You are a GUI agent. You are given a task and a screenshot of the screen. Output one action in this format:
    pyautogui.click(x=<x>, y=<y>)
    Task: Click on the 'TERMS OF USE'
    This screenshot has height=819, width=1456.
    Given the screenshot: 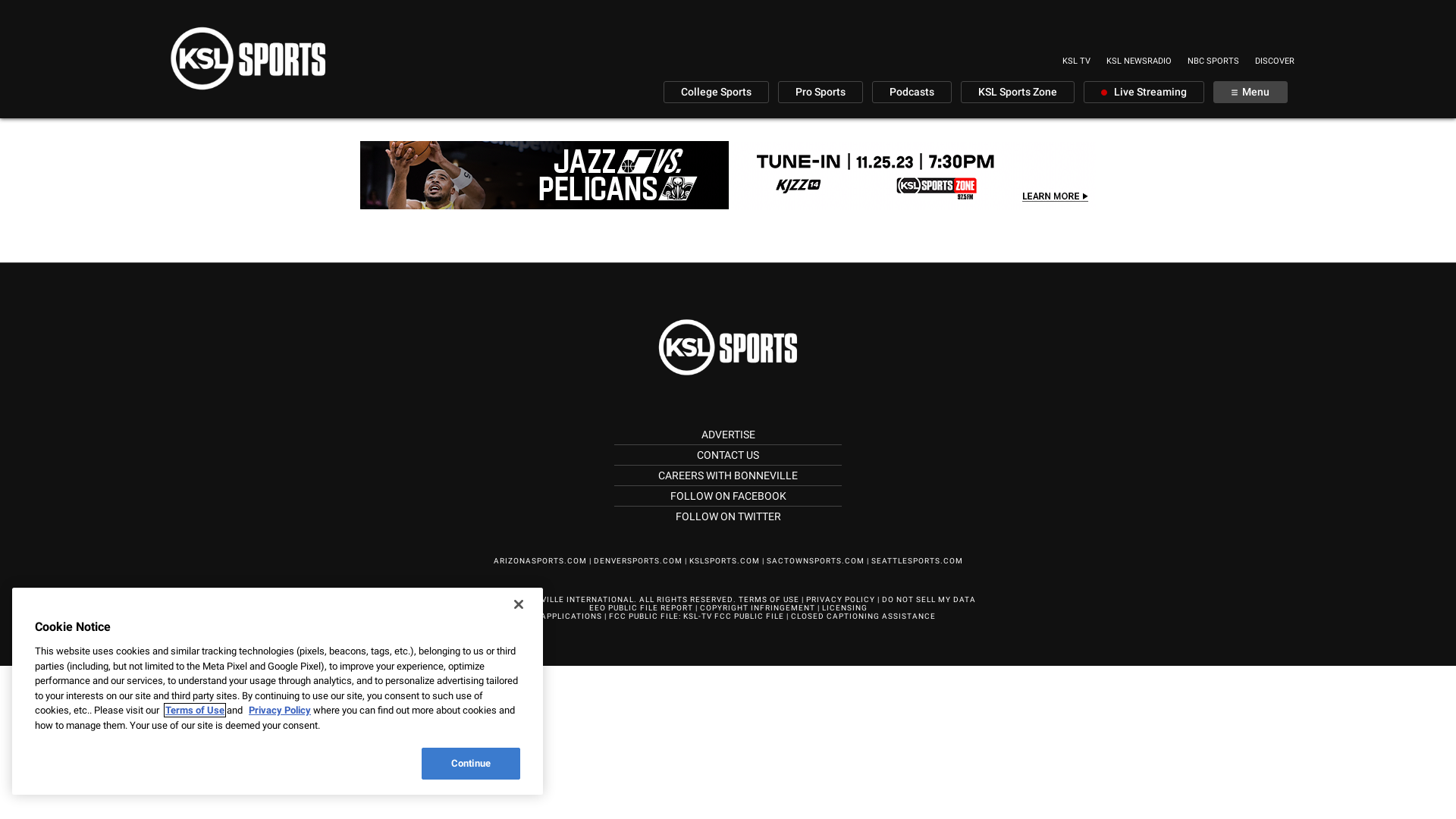 What is the action you would take?
    pyautogui.click(x=768, y=598)
    